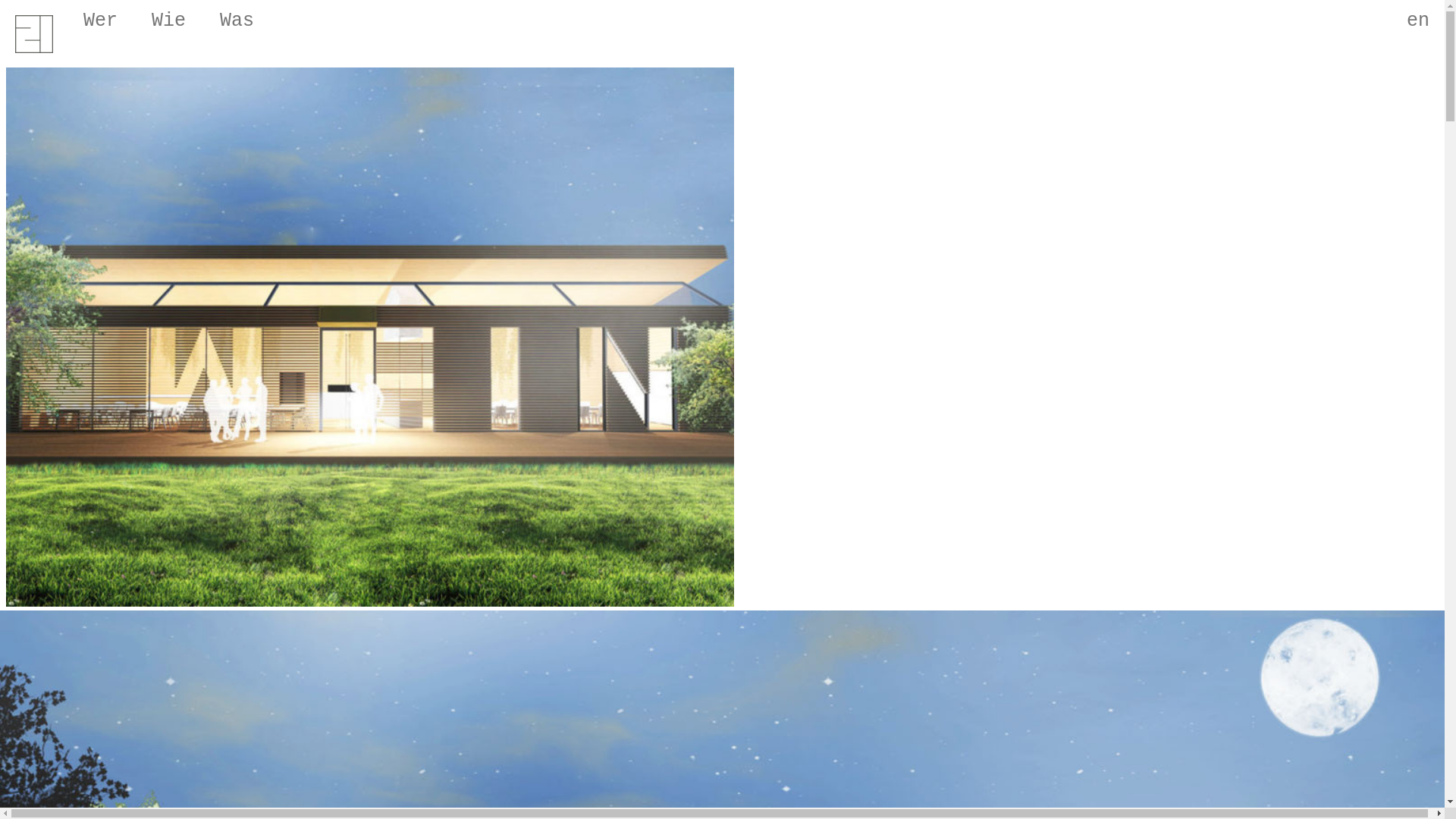  Describe the element at coordinates (1391, 17) in the screenshot. I see `'en'` at that location.